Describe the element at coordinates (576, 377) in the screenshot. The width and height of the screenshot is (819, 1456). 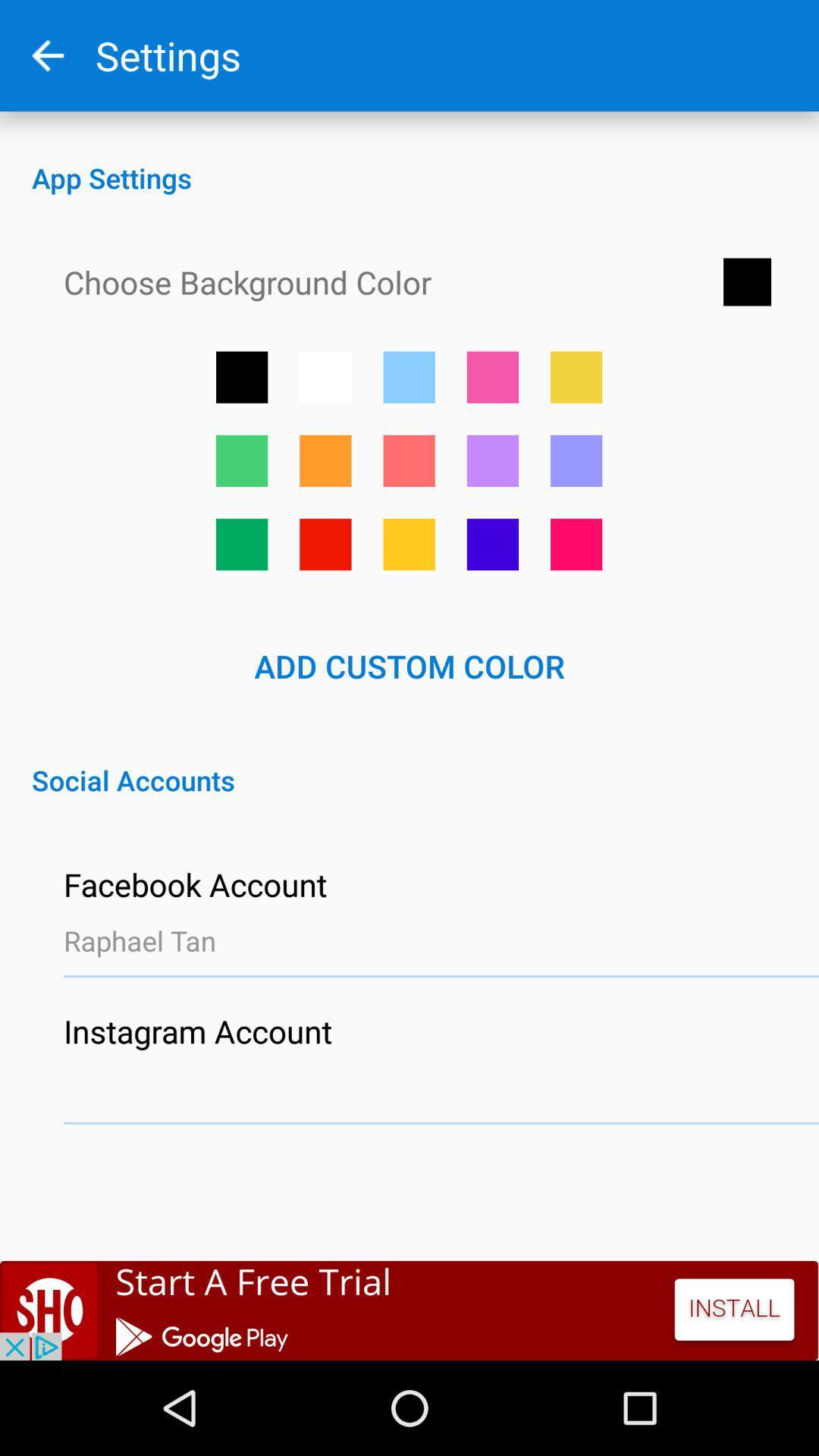
I see `color` at that location.